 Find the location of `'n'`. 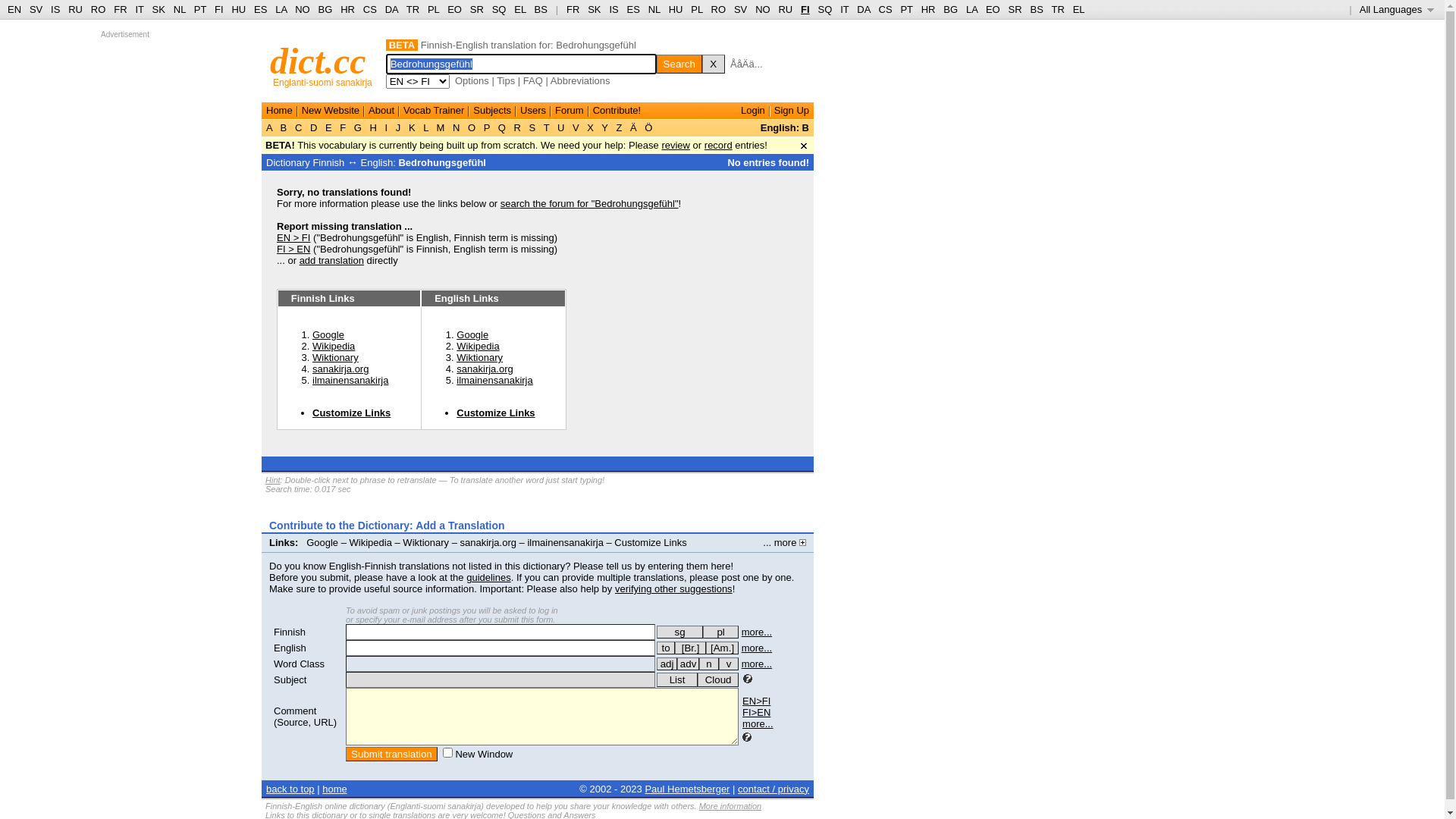

'n' is located at coordinates (708, 663).